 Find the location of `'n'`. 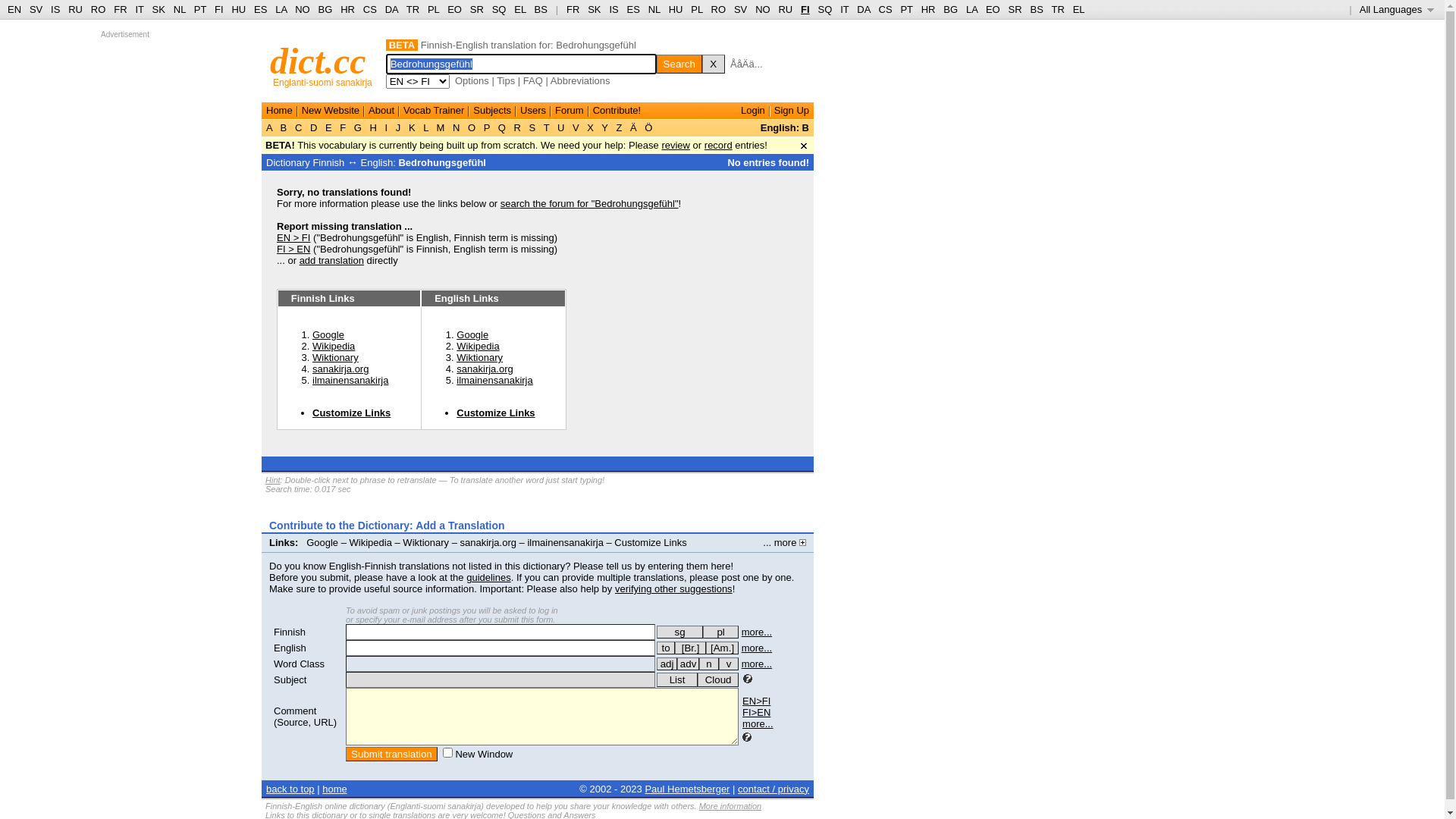

'n' is located at coordinates (708, 663).